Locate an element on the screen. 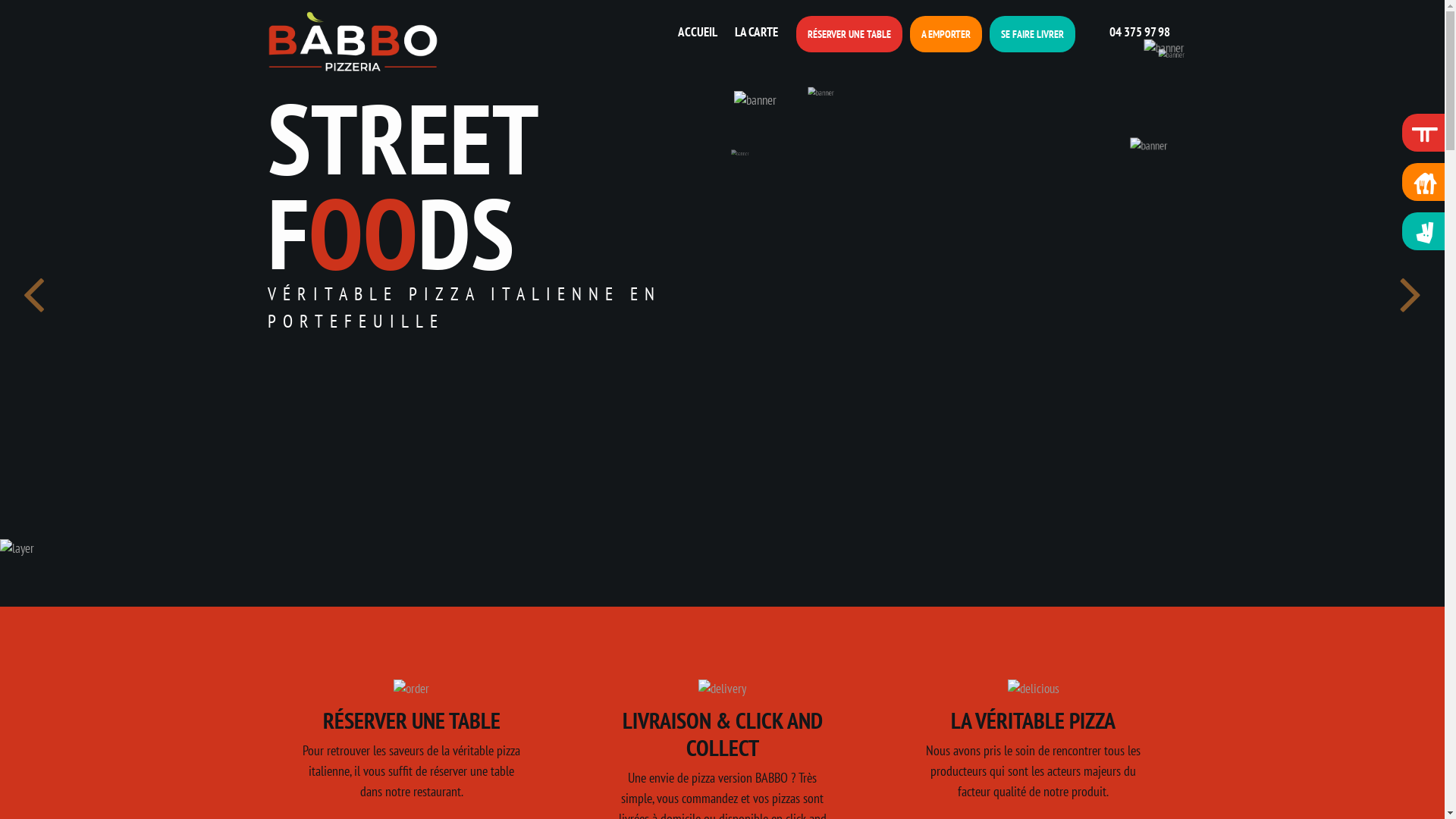 Image resolution: width=1456 pixels, height=819 pixels. 'ACCUEIL' is located at coordinates (698, 32).